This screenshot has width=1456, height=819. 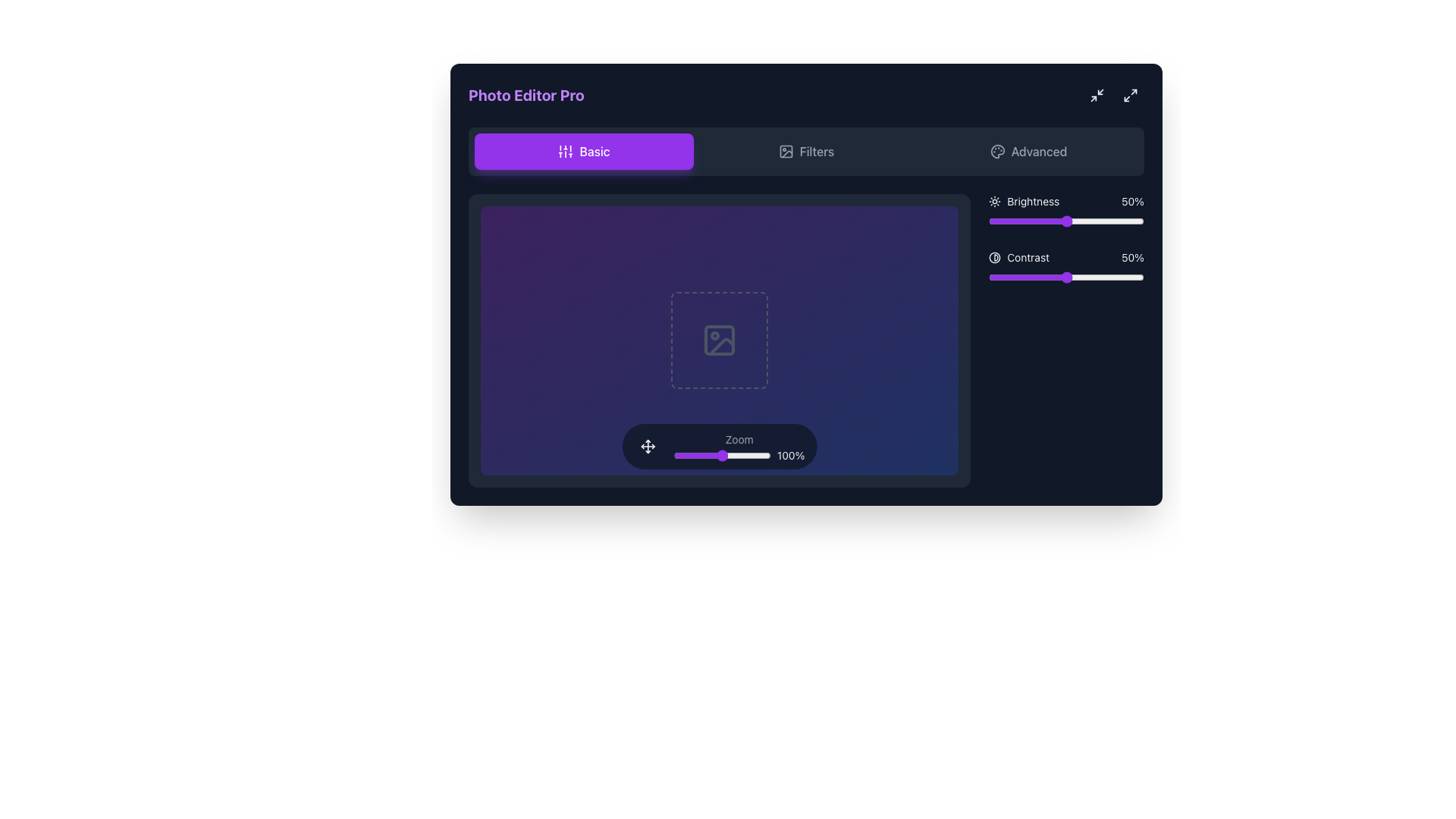 What do you see at coordinates (805, 152) in the screenshot?
I see `the 'Filters' button, which is the second button from the left in a group of three, to observe the hover effect` at bounding box center [805, 152].